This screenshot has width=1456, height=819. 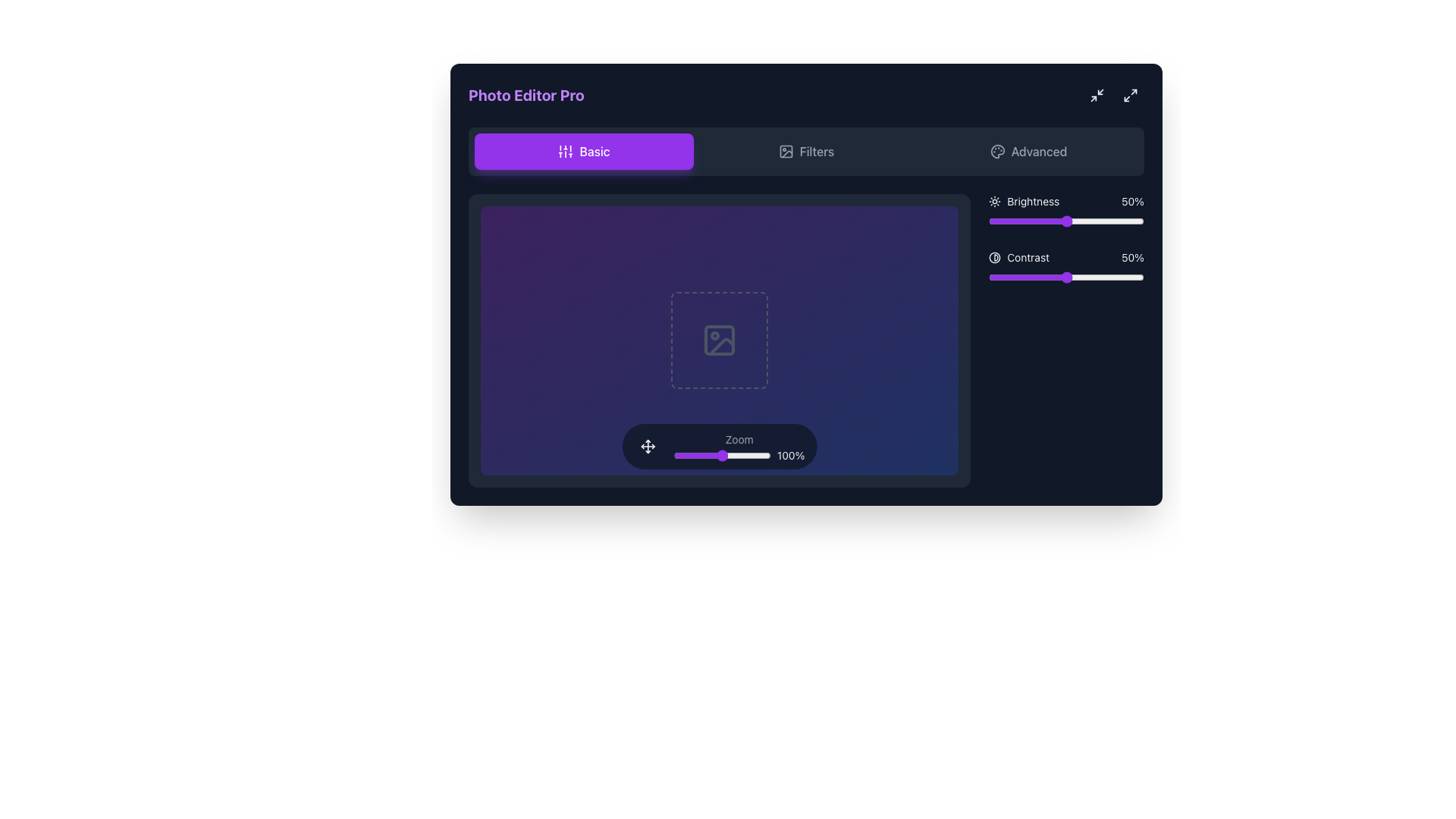 What do you see at coordinates (805, 152) in the screenshot?
I see `the 'Filters' button, which is the second button from the left in a group of three, to observe the hover effect` at bounding box center [805, 152].